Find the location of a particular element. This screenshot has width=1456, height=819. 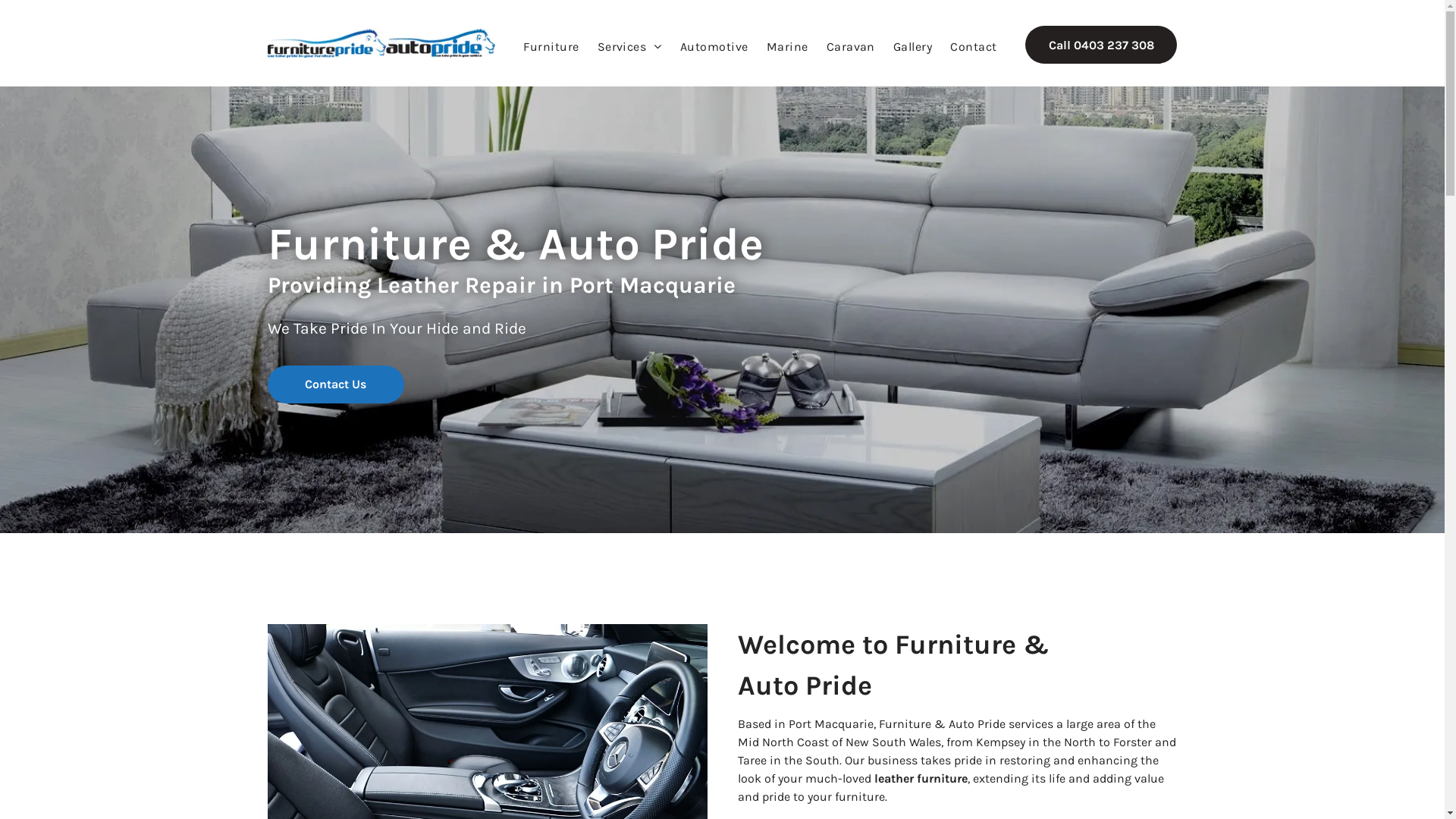

'Contact Us' is located at coordinates (334, 383).